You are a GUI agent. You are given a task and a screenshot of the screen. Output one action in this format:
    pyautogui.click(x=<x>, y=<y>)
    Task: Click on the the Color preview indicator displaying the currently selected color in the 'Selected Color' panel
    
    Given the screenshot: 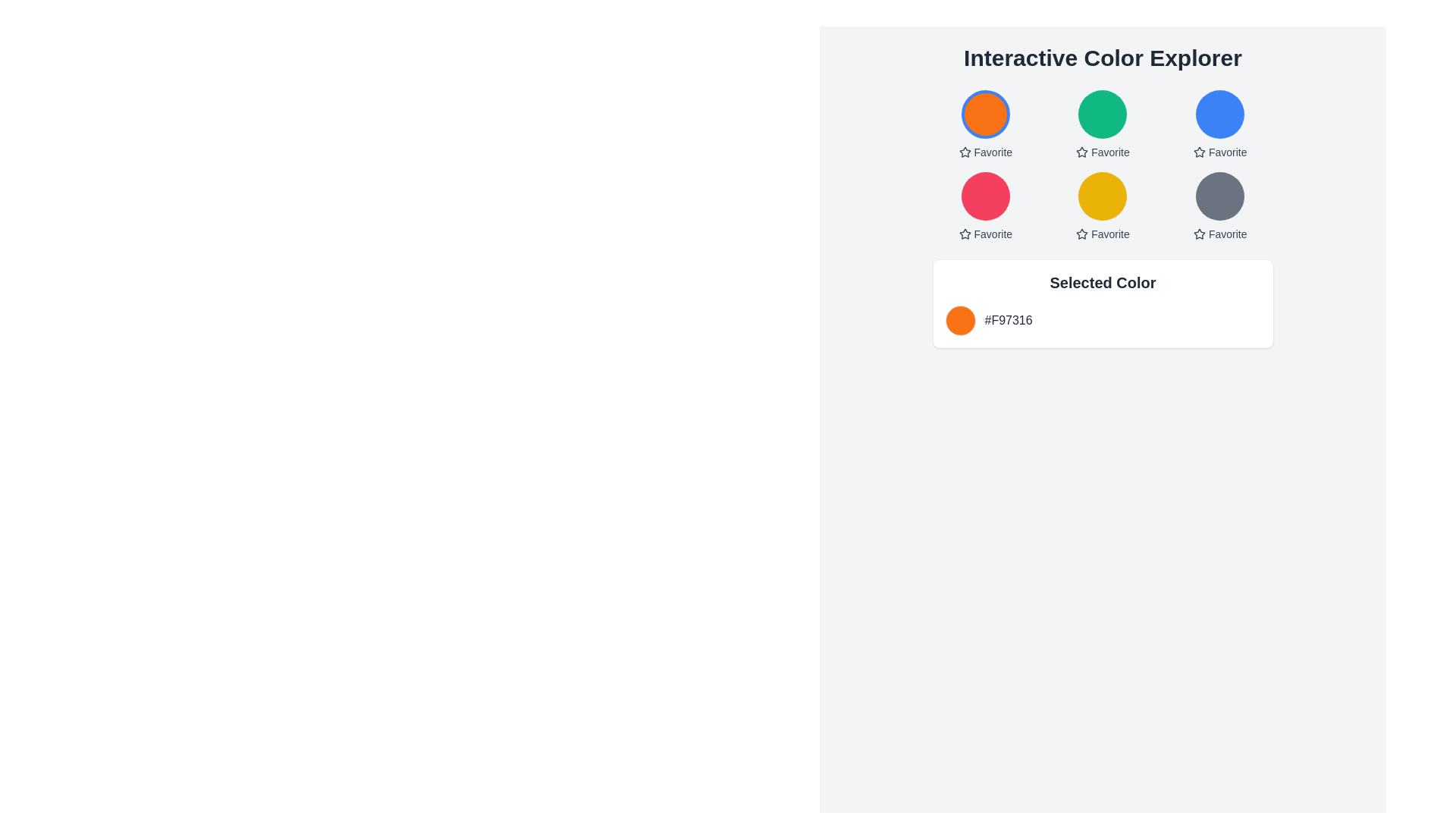 What is the action you would take?
    pyautogui.click(x=1103, y=320)
    